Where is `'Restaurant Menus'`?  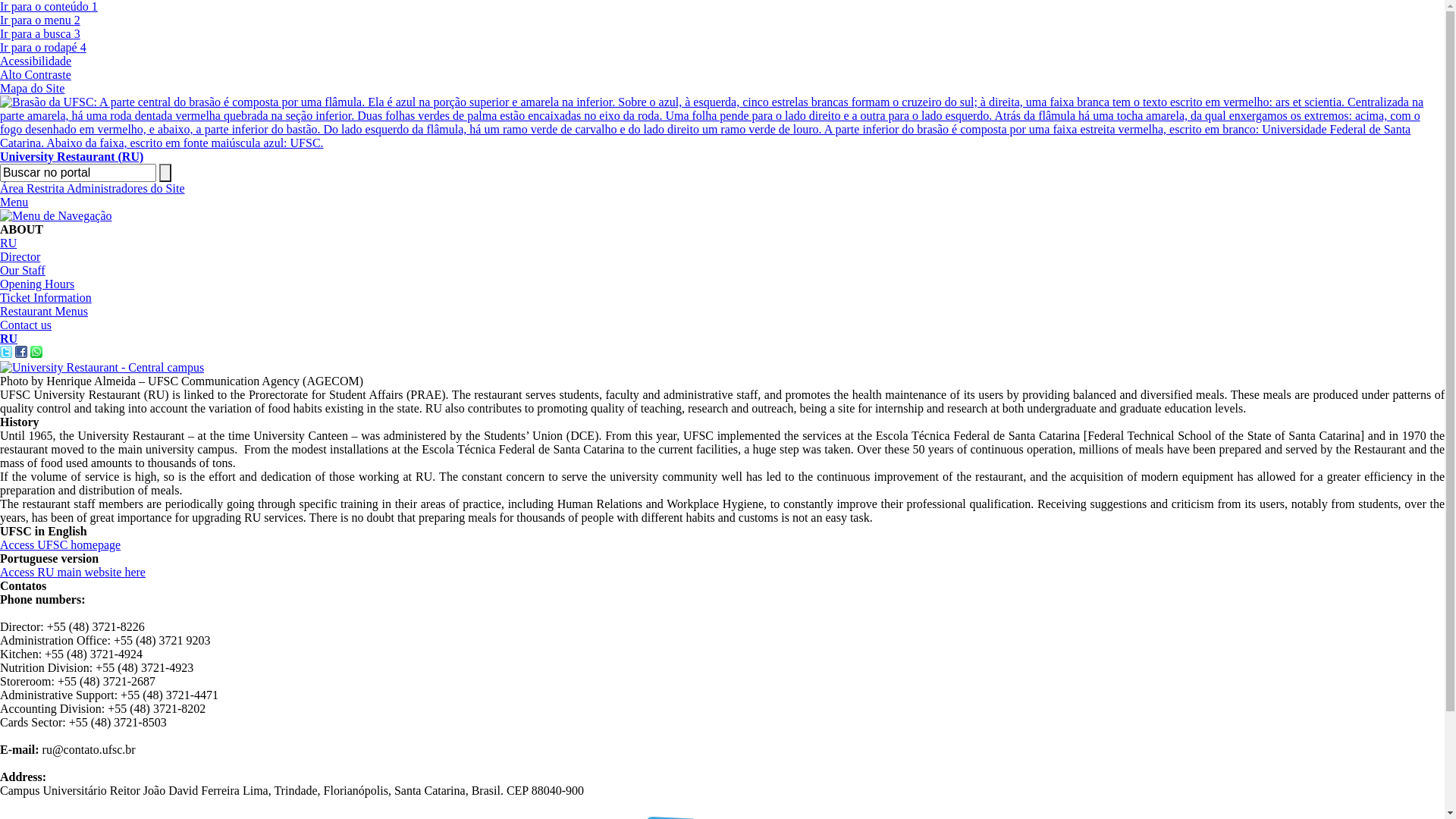
'Restaurant Menus' is located at coordinates (43, 310).